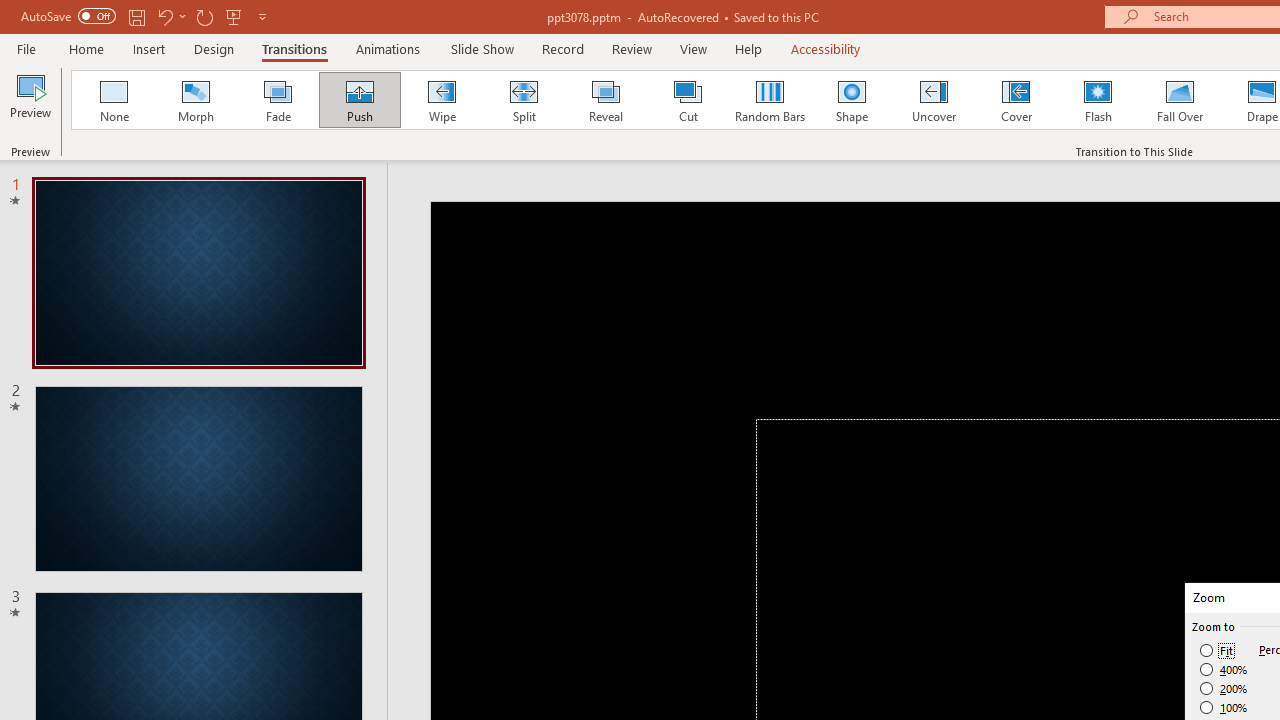  I want to click on 'Push', so click(359, 100).